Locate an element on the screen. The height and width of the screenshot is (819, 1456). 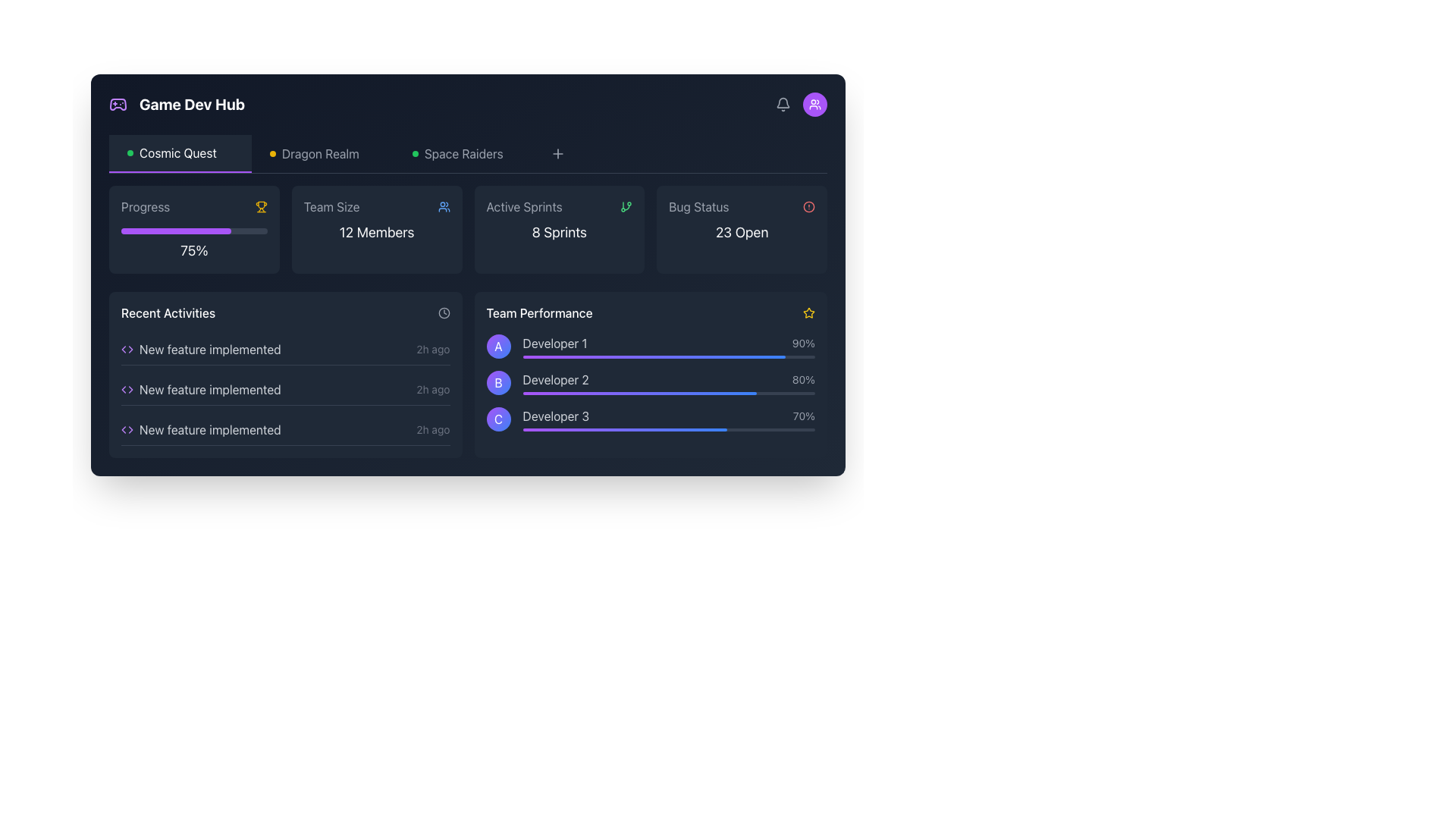
the second entry in the 'Recent Activities' list labeled 'New feature implemented' is located at coordinates (285, 389).